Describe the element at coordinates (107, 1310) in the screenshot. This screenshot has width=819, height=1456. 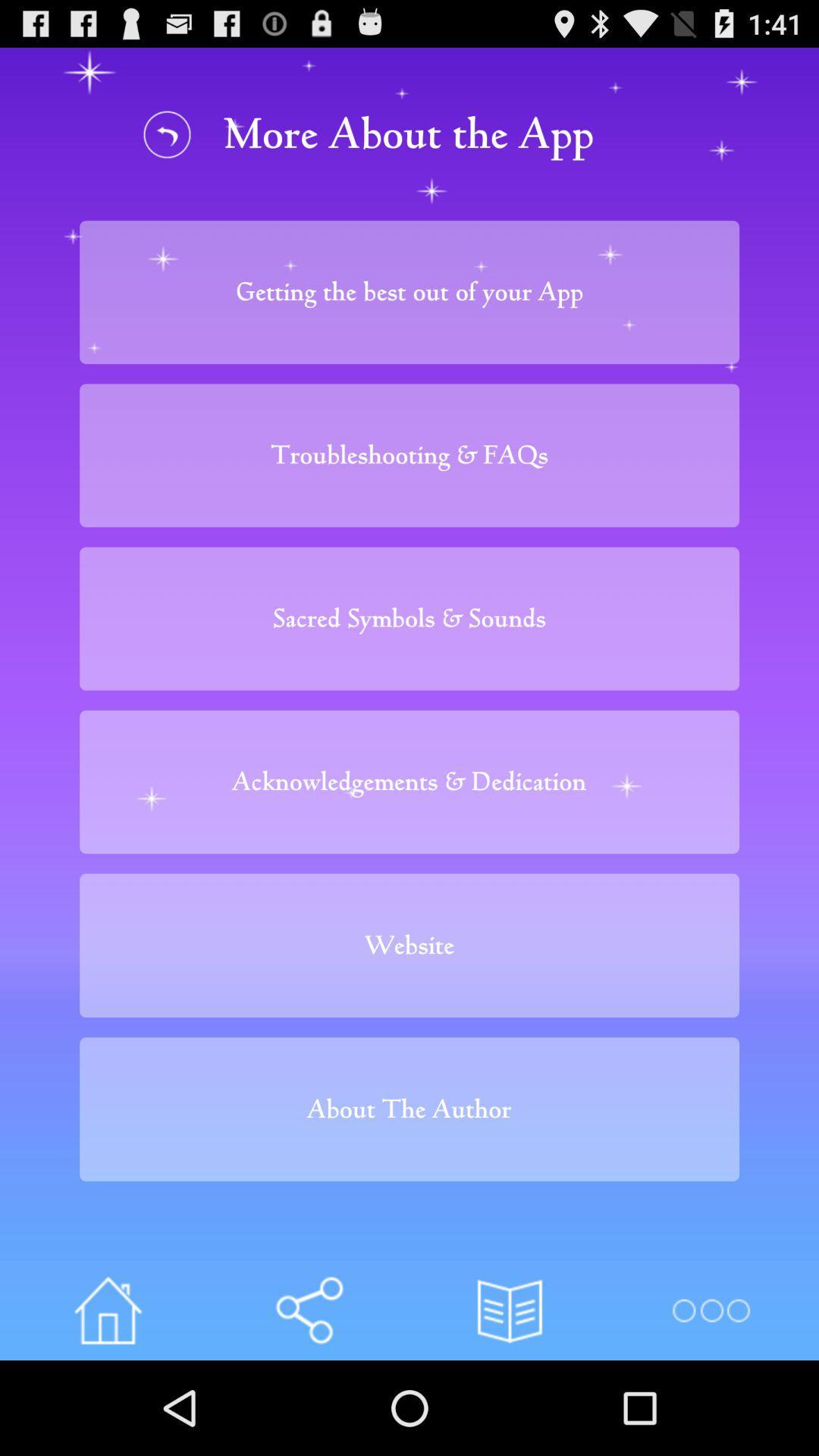
I see `home page` at that location.